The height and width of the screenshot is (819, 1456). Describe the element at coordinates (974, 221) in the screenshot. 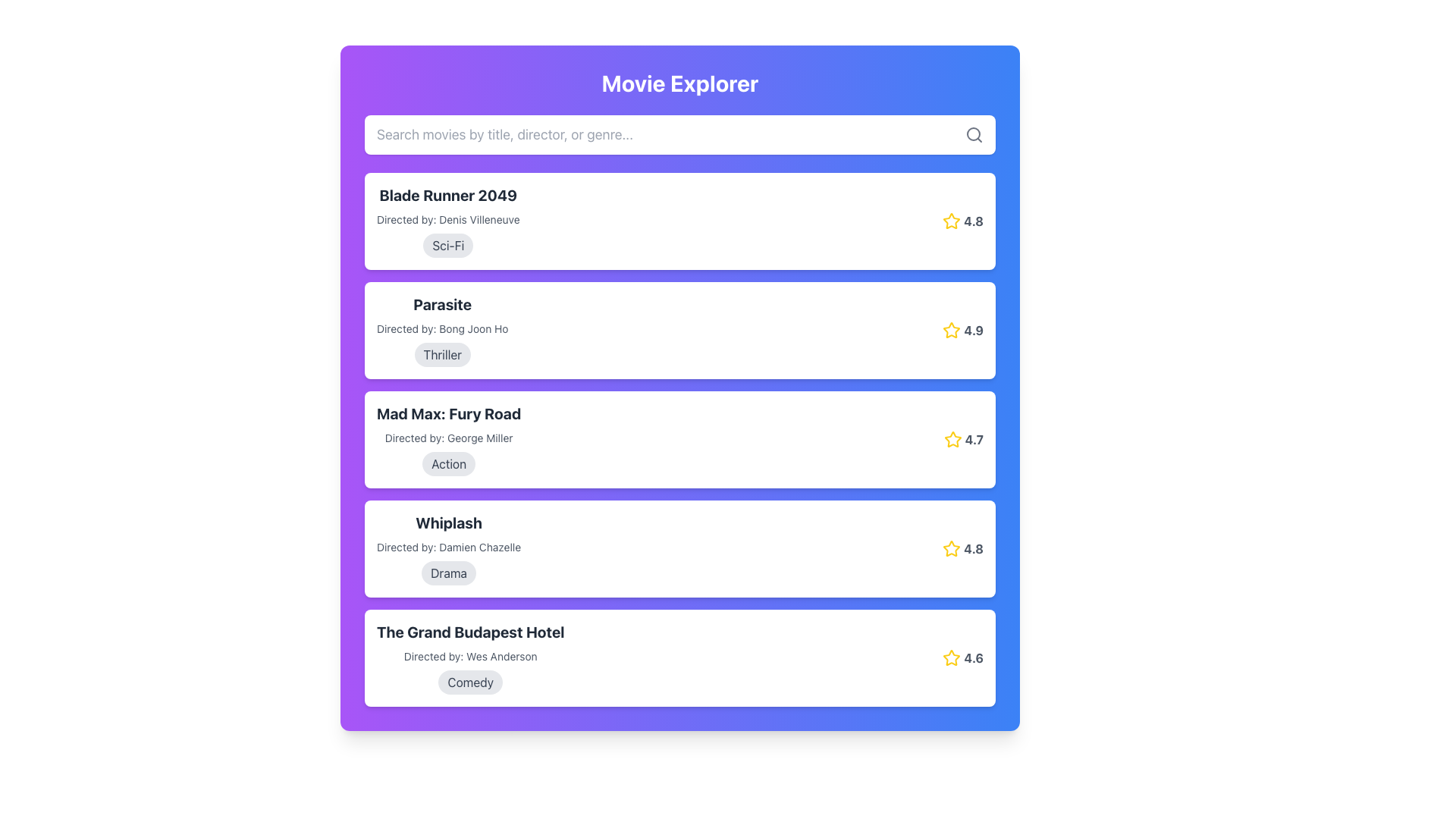

I see `rating value '4.8' displayed in bold gray text next to a yellow star icon in the fourth listing for 'Whiplash' under the 'Drama' label` at that location.